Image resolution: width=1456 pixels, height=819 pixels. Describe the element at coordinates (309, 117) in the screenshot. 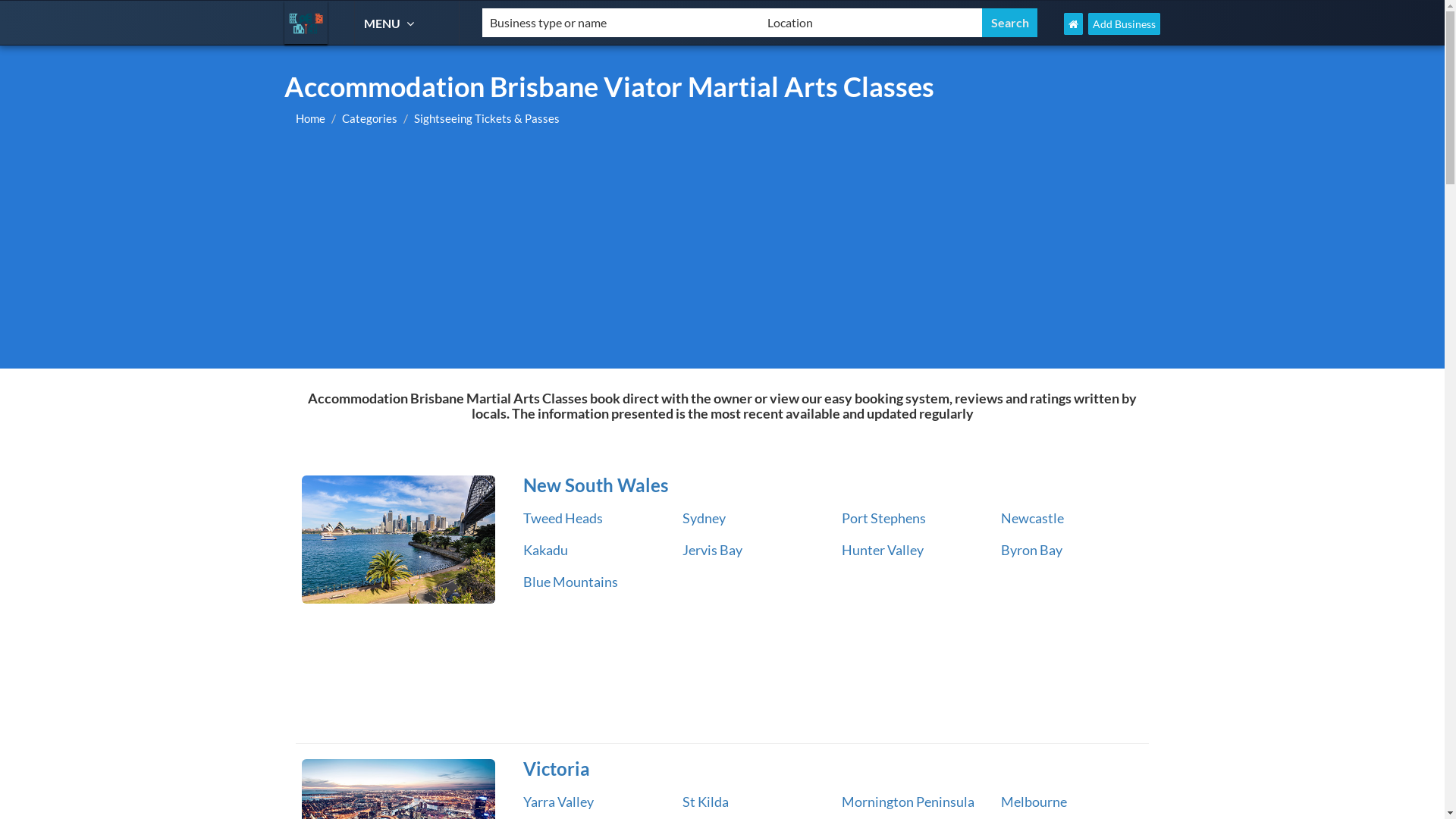

I see `'Home'` at that location.